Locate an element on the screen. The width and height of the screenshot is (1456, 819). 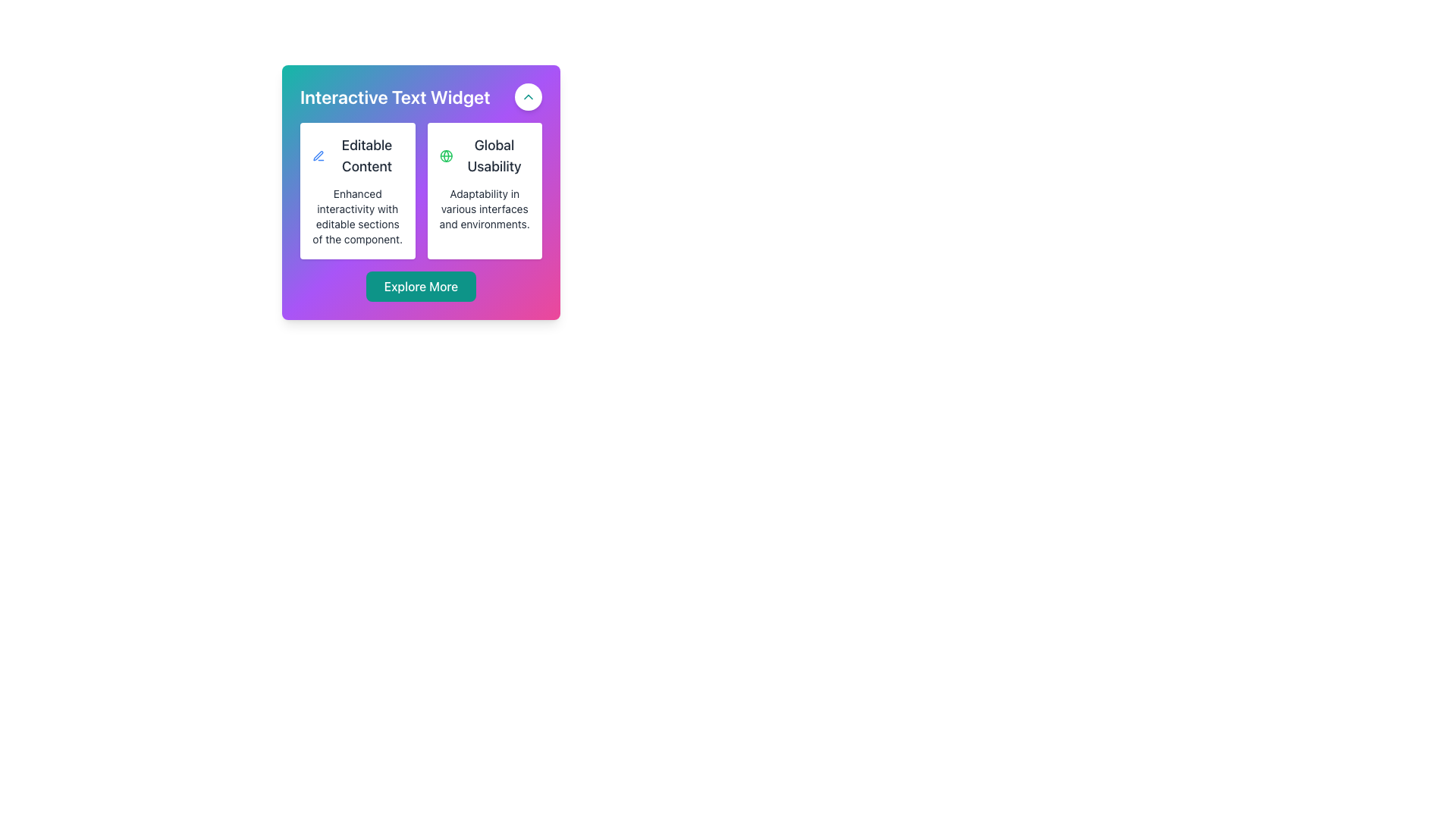
the teal chevron-up icon inside the rounded button in the top-right corner of the 'Interactive Text Widget' card is located at coordinates (528, 96).